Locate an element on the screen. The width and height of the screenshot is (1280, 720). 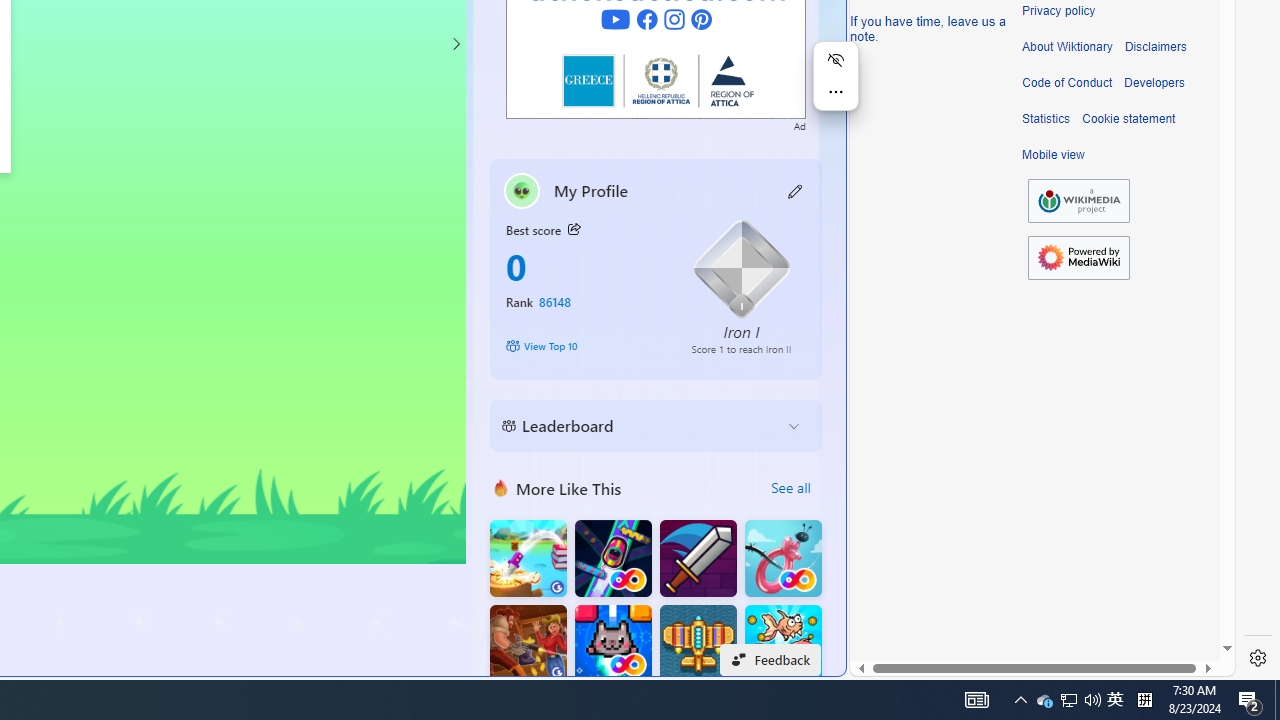
'Hide menu' is located at coordinates (835, 59).